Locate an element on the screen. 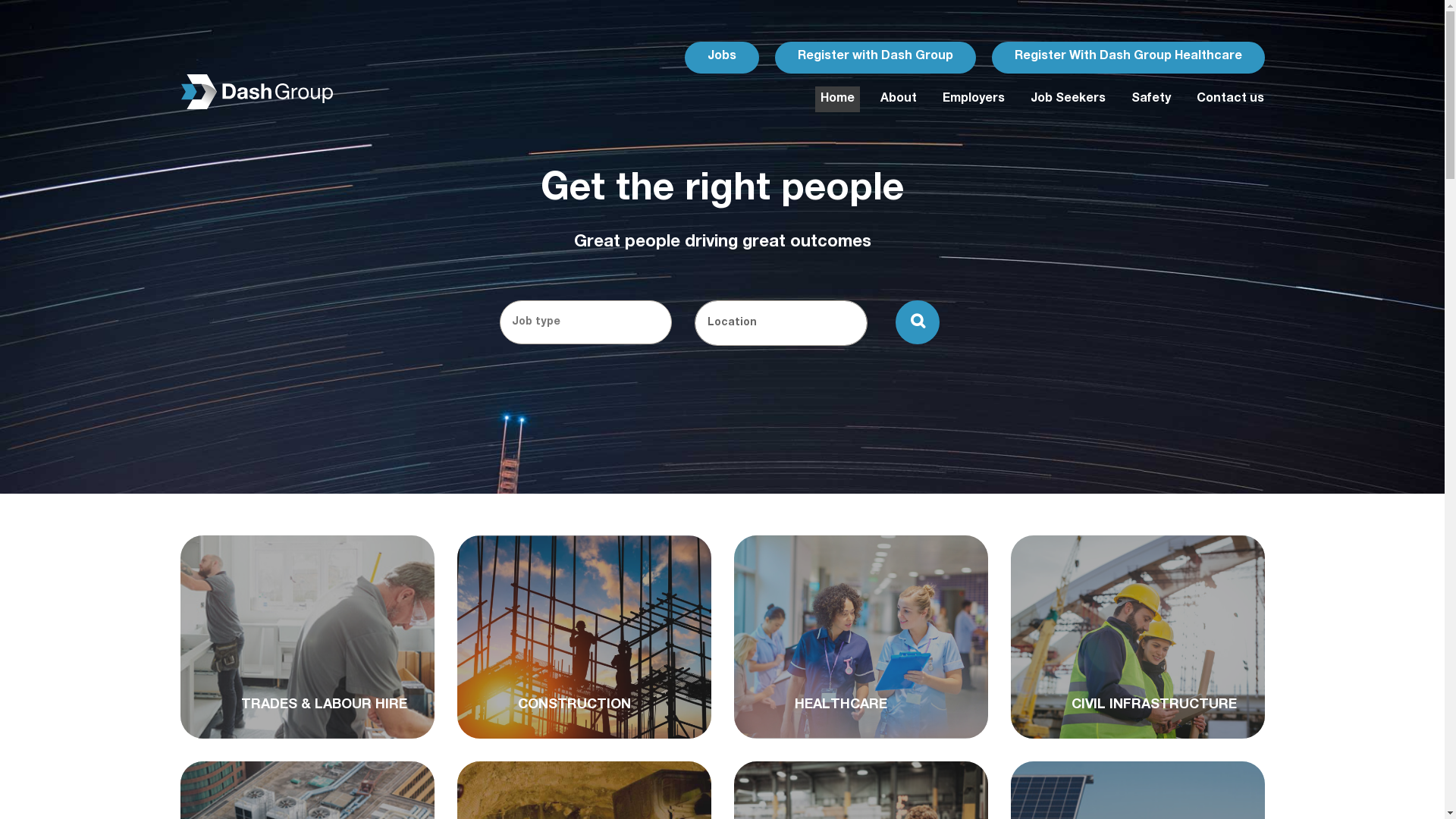 Image resolution: width=1456 pixels, height=819 pixels. 'Register with Dash Group' is located at coordinates (875, 55).